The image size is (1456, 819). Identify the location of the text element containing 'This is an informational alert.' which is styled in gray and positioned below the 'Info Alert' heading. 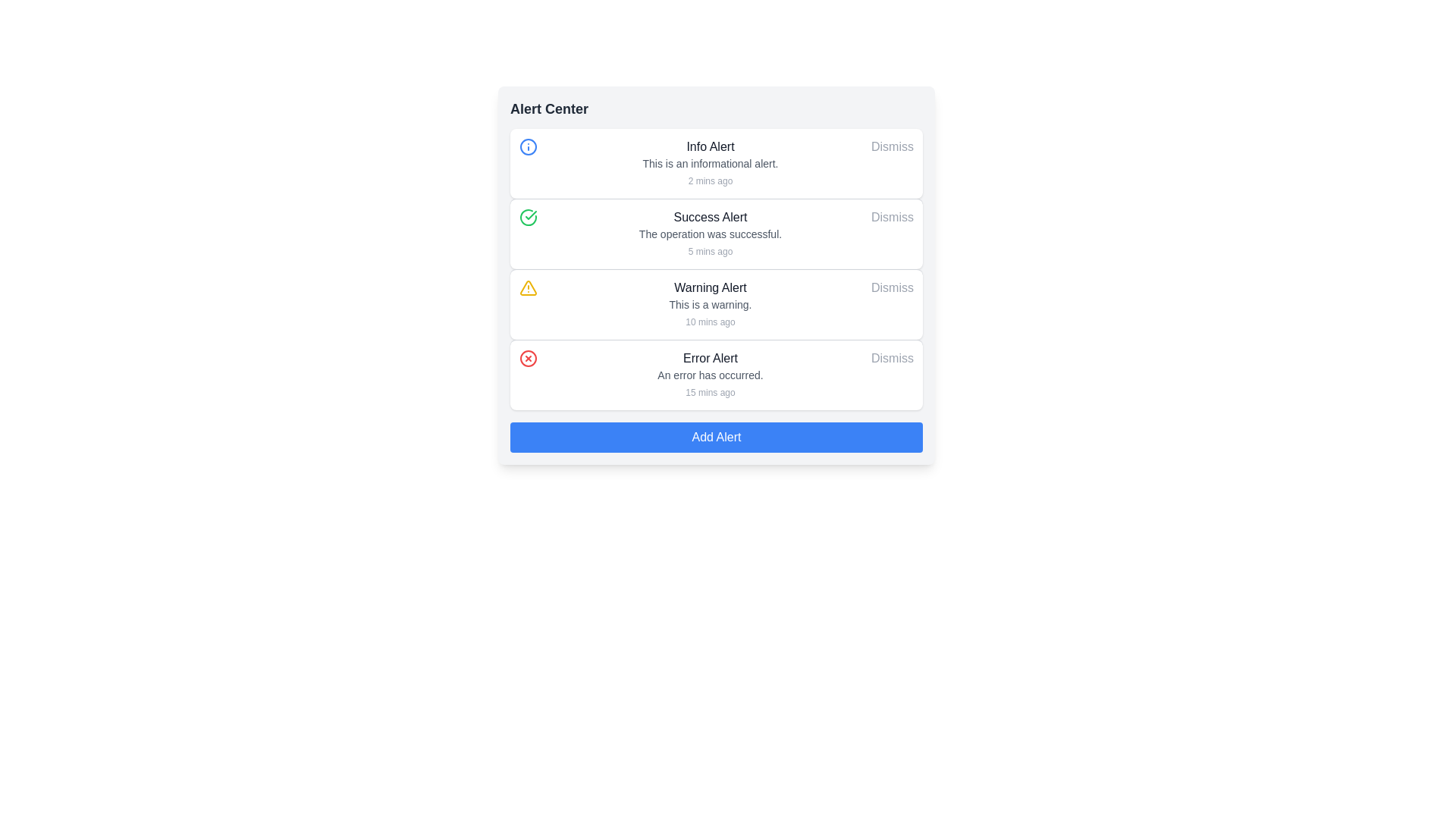
(709, 164).